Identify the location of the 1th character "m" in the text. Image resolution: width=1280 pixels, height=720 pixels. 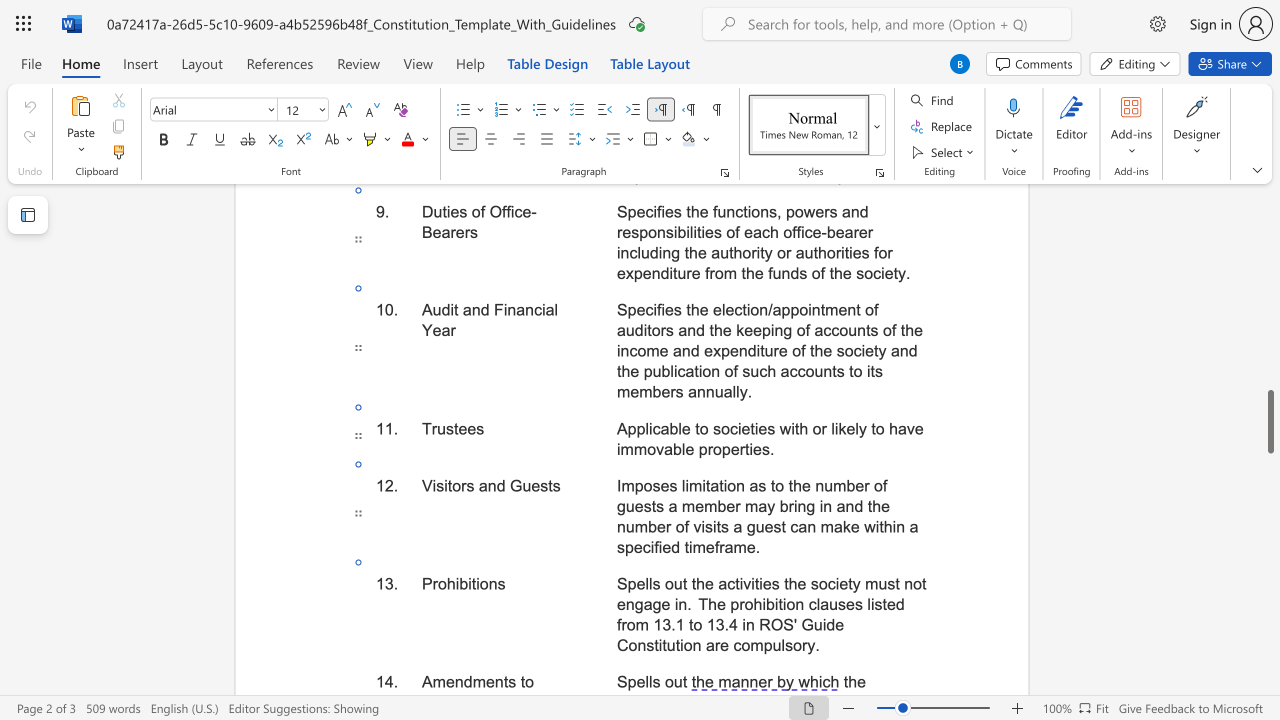
(627, 486).